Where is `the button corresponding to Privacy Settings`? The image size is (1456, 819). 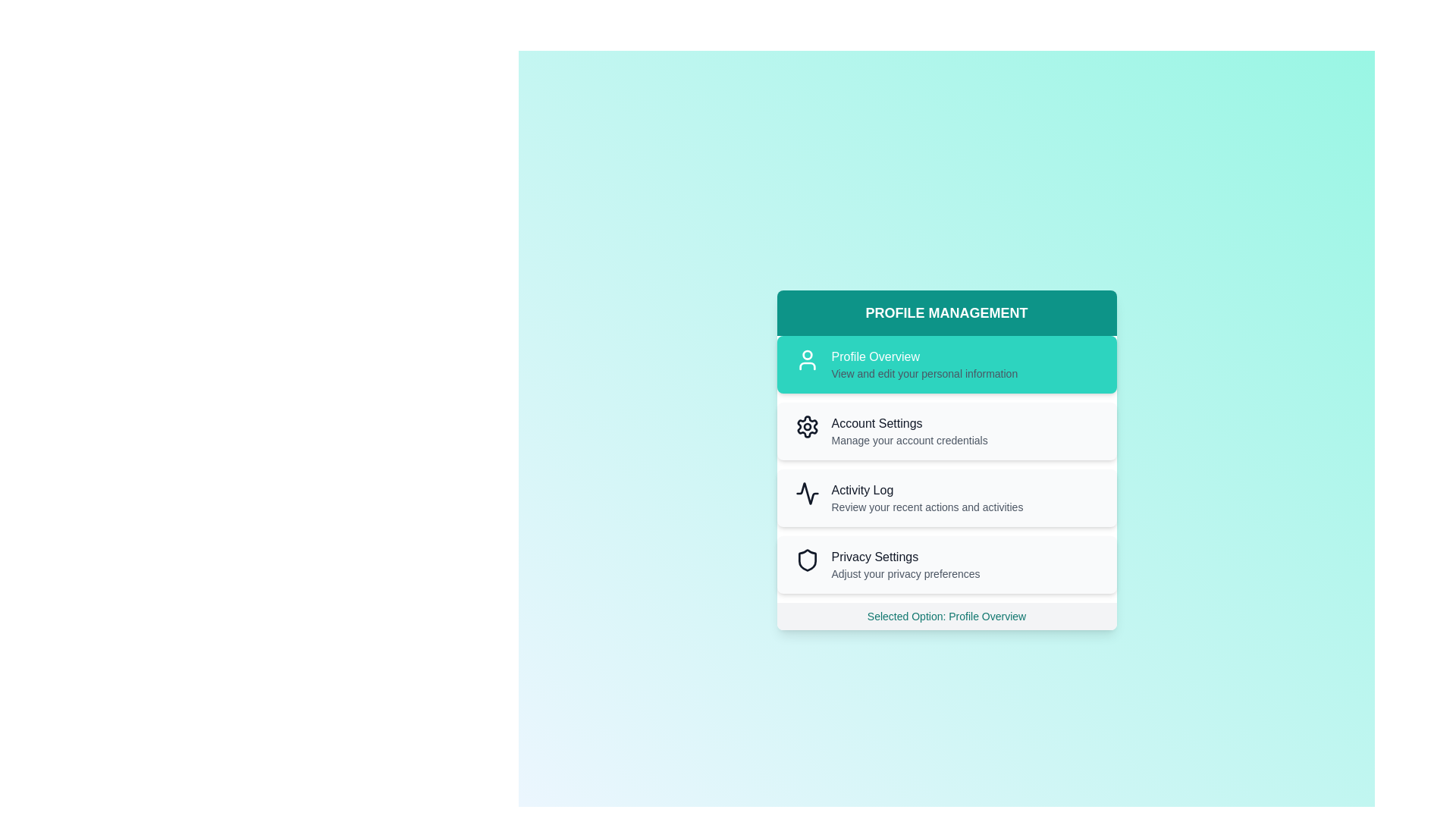 the button corresponding to Privacy Settings is located at coordinates (946, 564).